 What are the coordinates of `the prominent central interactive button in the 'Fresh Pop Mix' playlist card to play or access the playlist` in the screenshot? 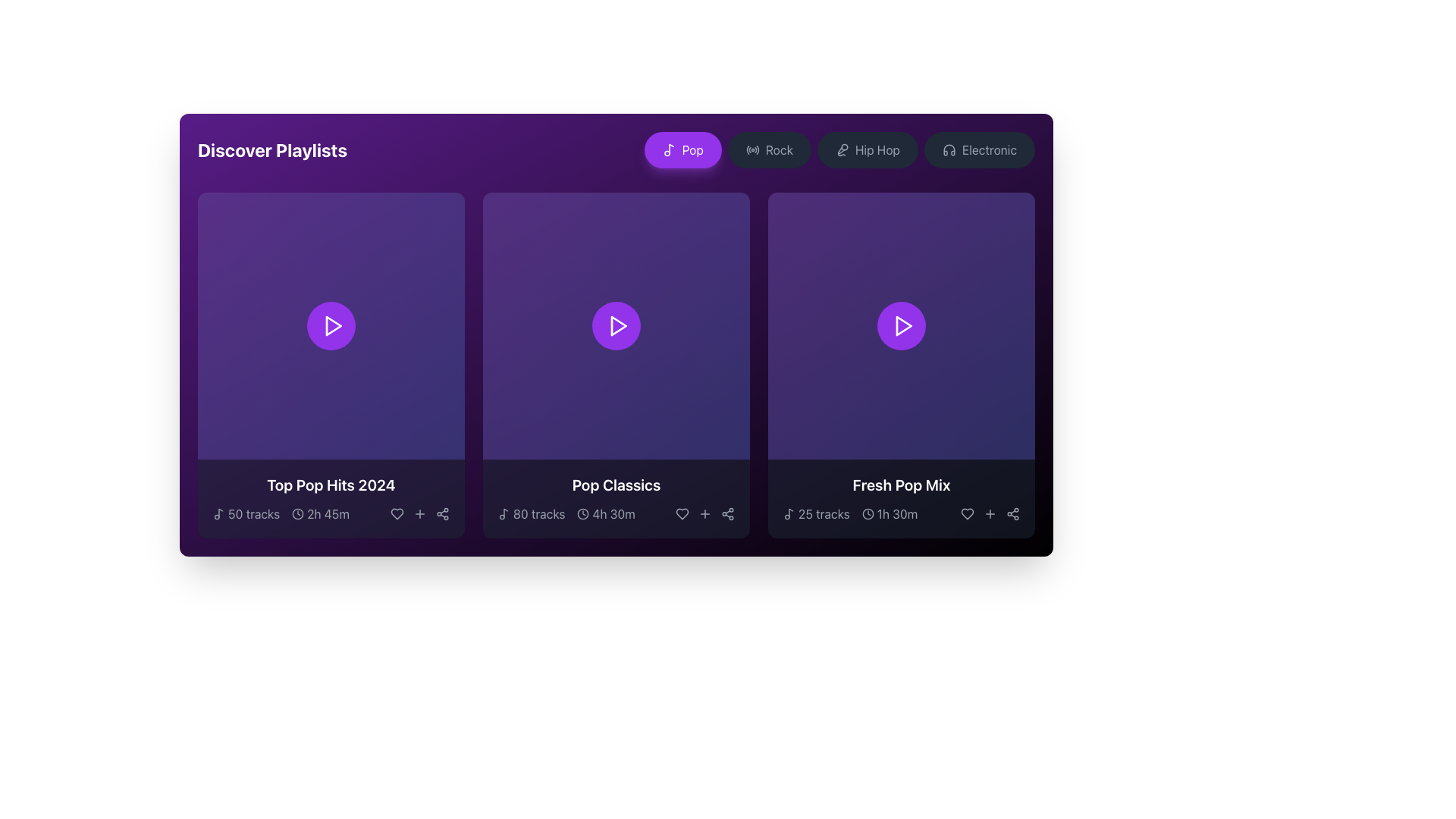 It's located at (902, 325).